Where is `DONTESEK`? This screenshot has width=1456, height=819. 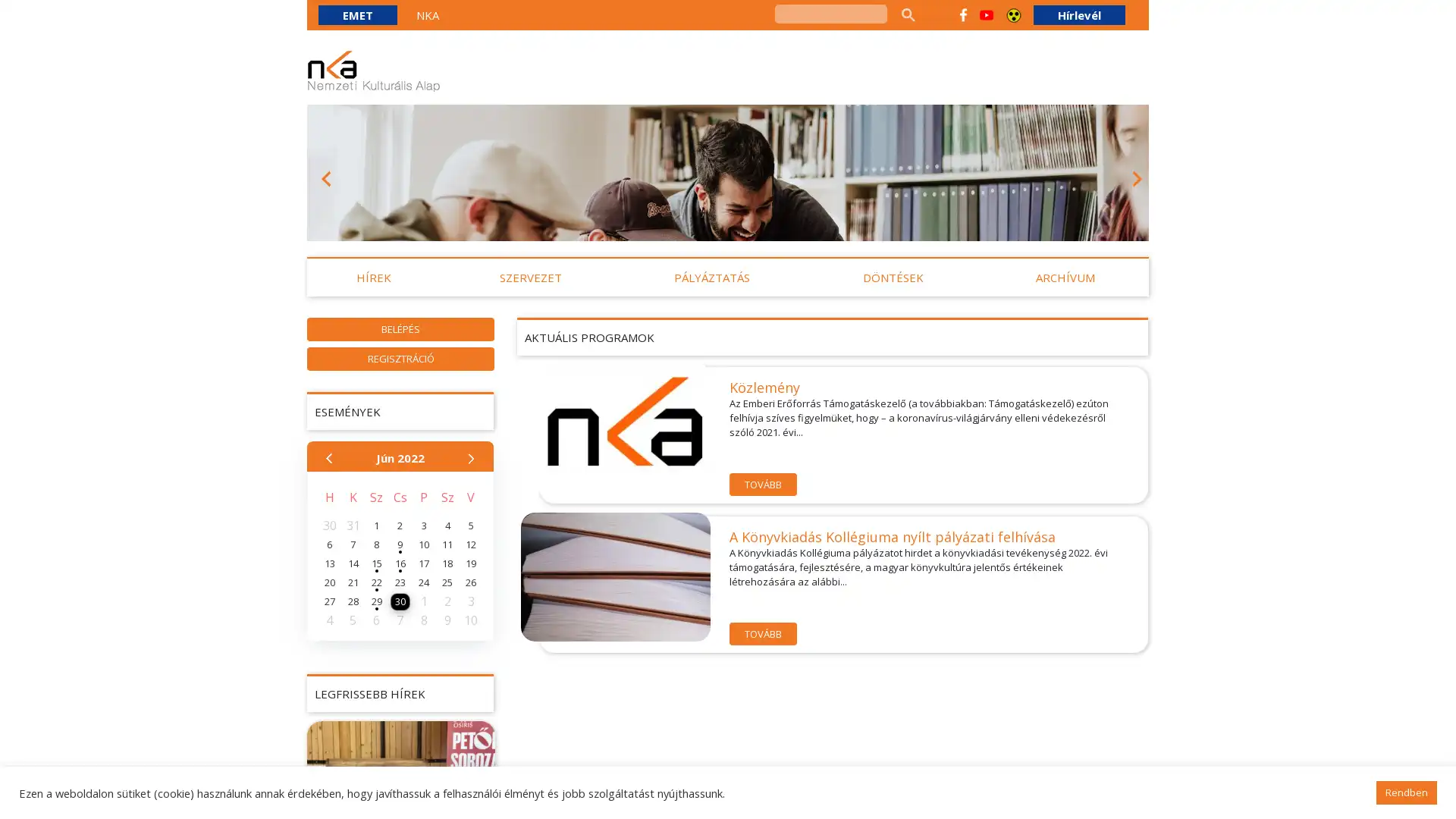
DONTESEK is located at coordinates (892, 278).